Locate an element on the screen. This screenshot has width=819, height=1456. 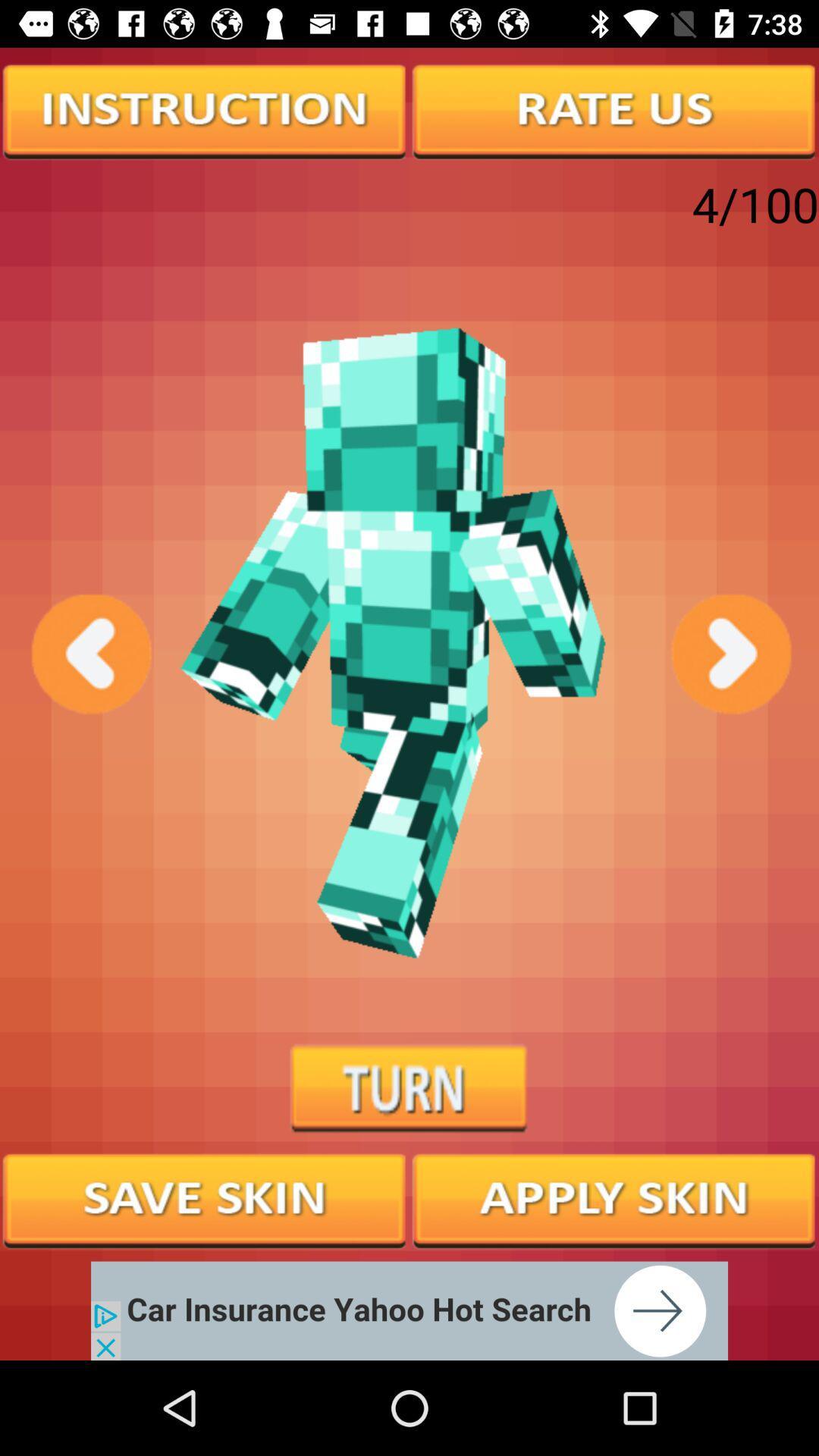
option is located at coordinates (614, 109).